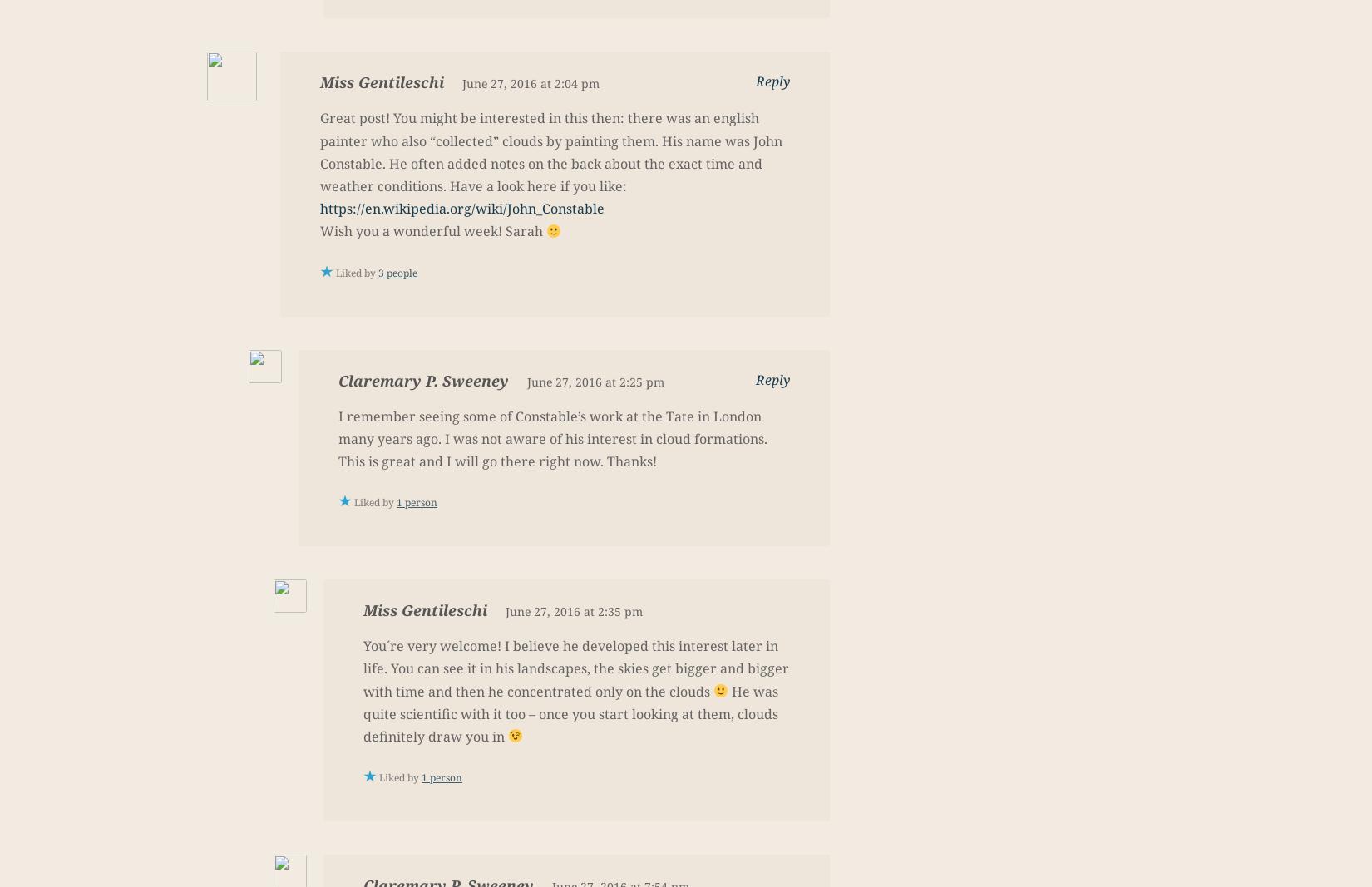 The image size is (1372, 887). Describe the element at coordinates (595, 380) in the screenshot. I see `'June 27, 2016 at 2:25 pm'` at that location.